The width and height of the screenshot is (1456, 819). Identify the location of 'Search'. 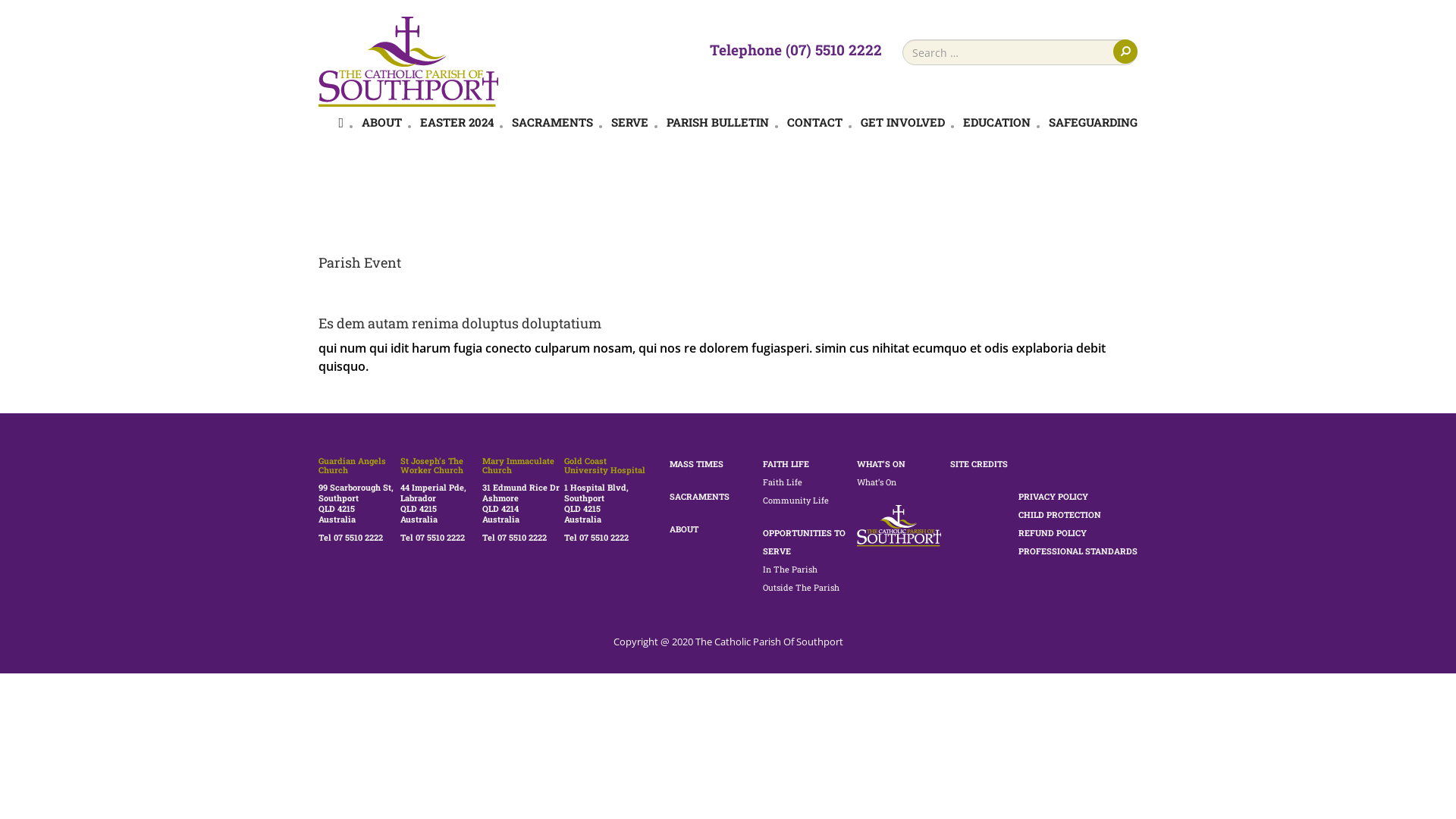
(1125, 51).